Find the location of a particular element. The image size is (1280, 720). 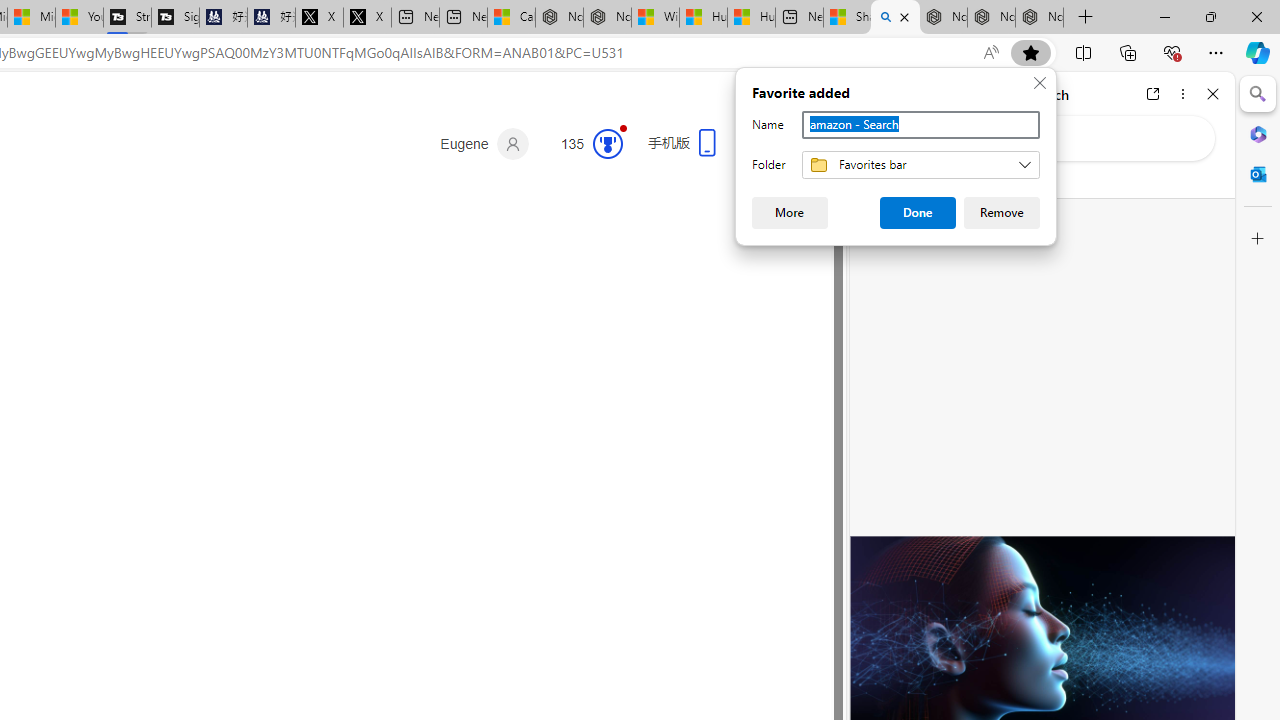

'Microsoft Rewards 132' is located at coordinates (583, 143).